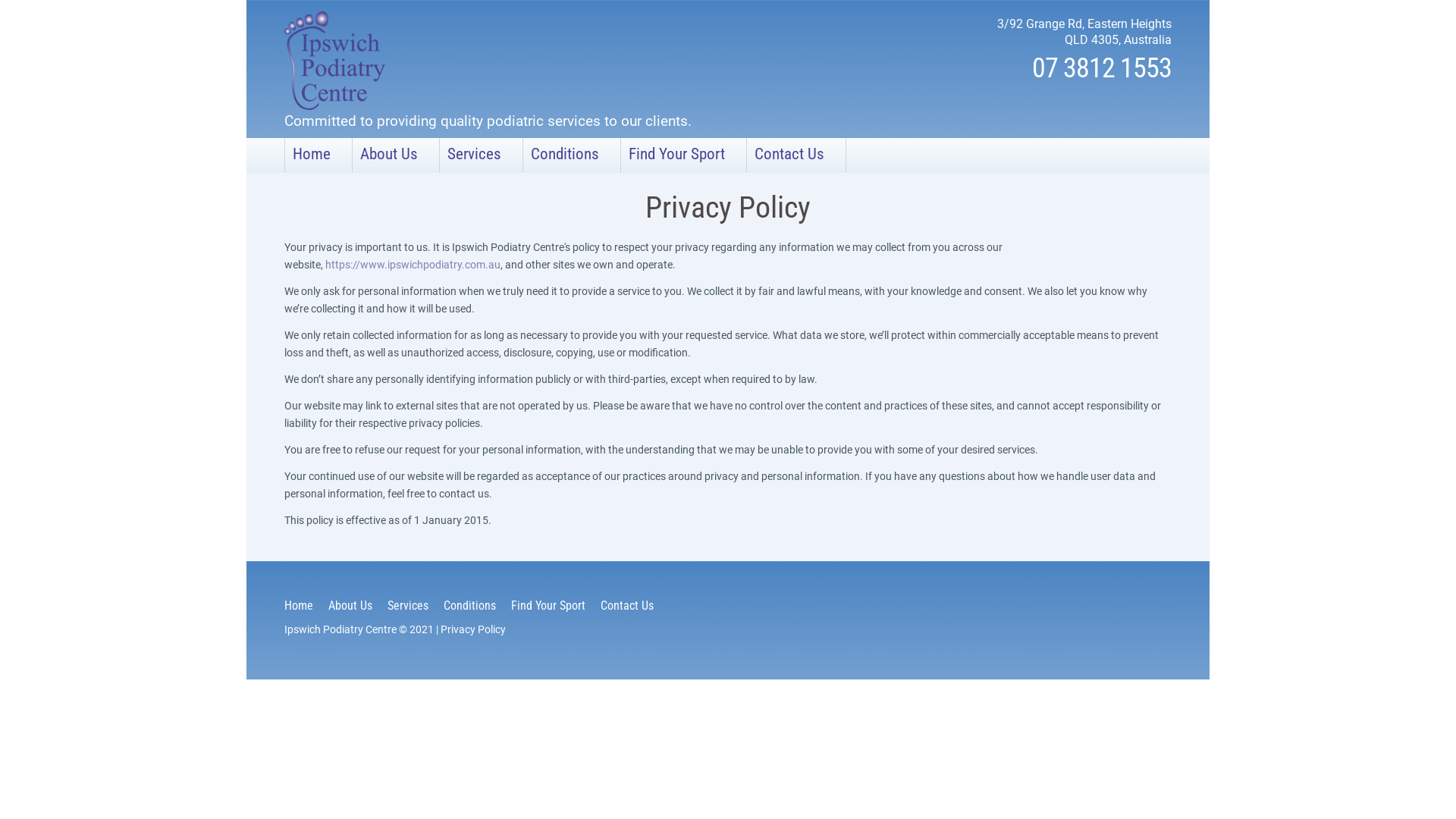 This screenshot has height=819, width=1456. What do you see at coordinates (480, 155) in the screenshot?
I see `'Services'` at bounding box center [480, 155].